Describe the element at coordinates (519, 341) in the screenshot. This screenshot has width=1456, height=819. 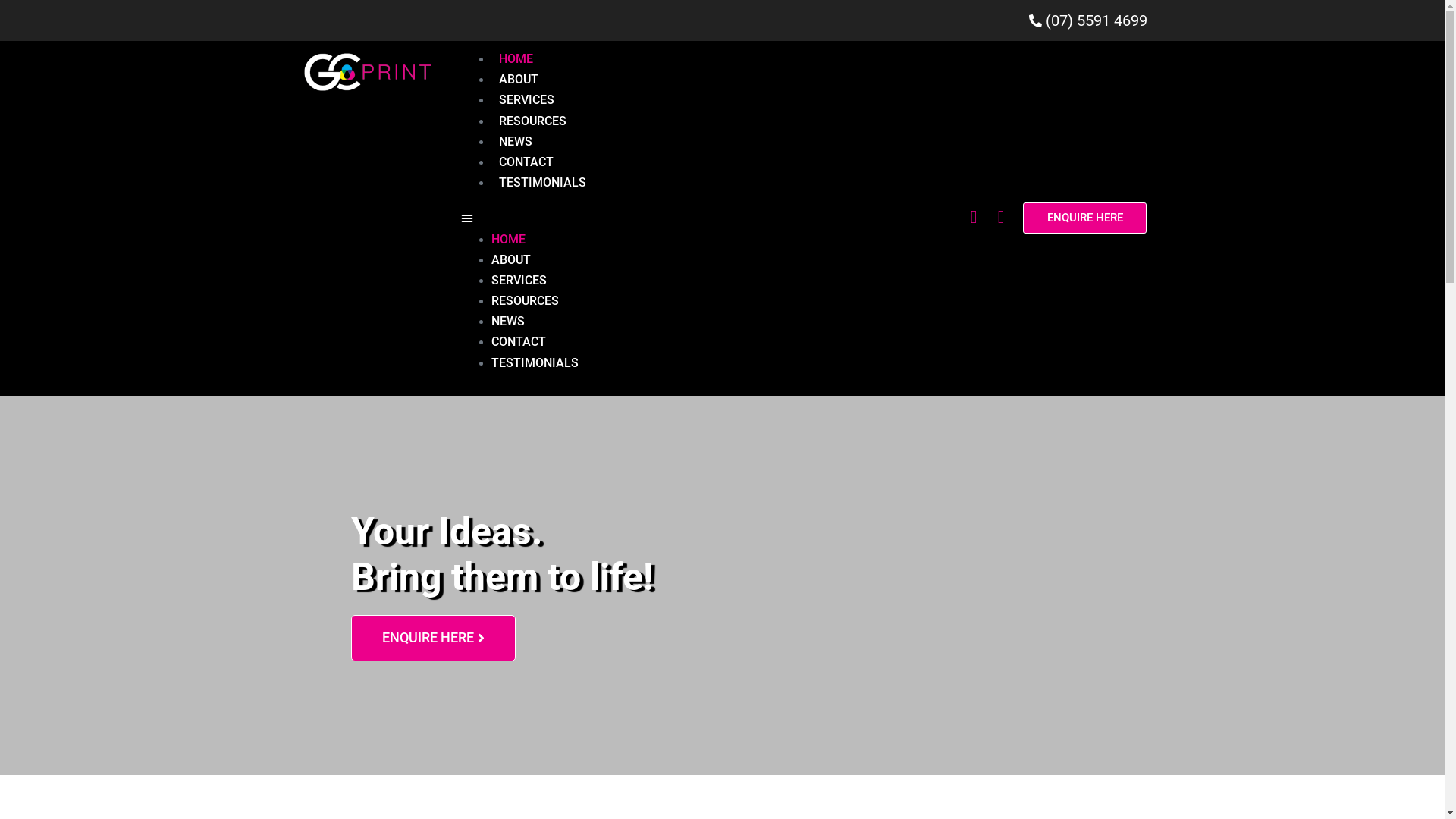
I see `'CONTACT'` at that location.